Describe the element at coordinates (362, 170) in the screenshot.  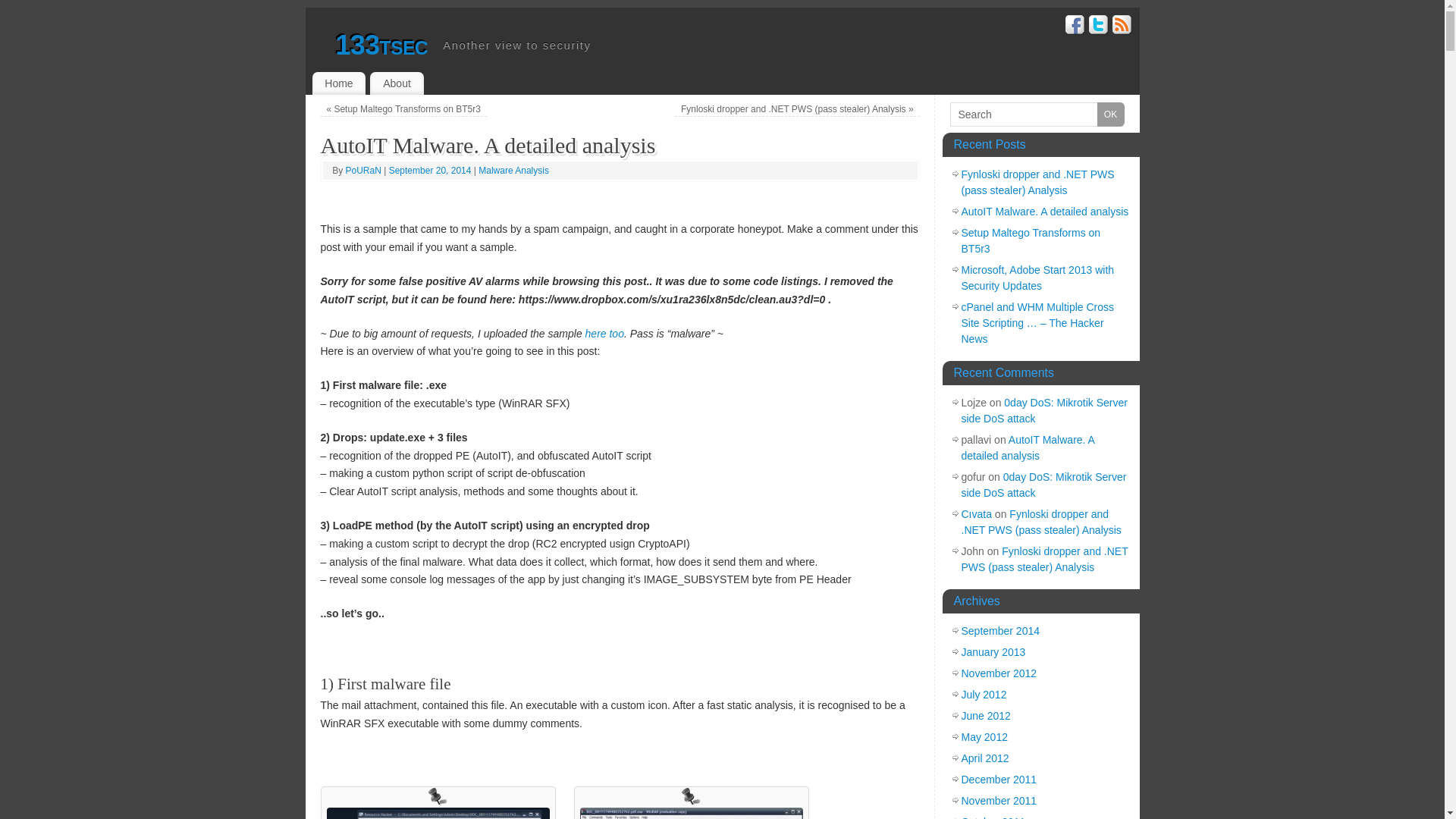
I see `'PoURaN'` at that location.